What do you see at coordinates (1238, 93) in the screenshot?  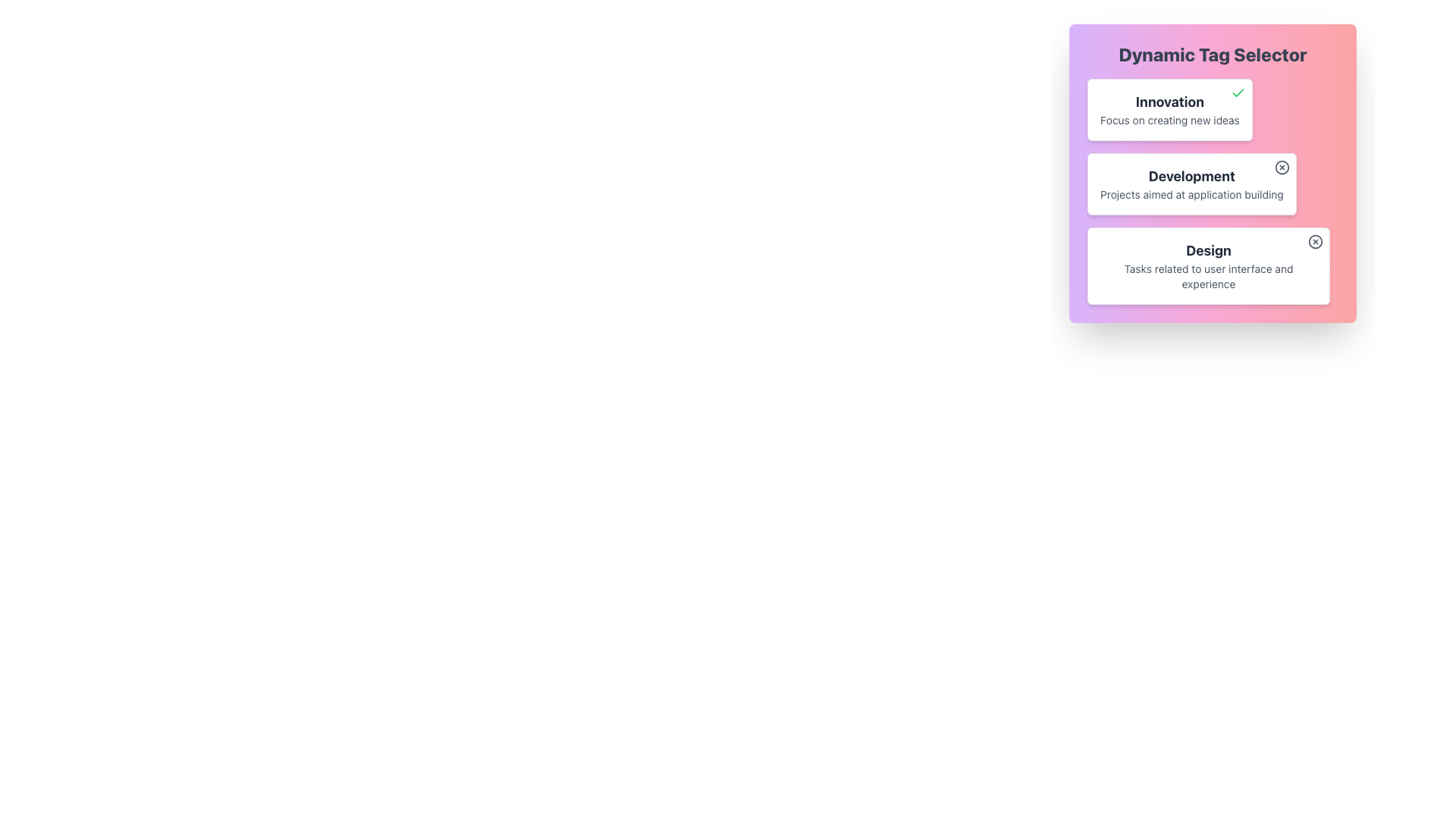 I see `the visual state of the validation icon representing the 'Innovation' tag in the Dynamic Tag Selector component, located at the top-right corner of the tag` at bounding box center [1238, 93].